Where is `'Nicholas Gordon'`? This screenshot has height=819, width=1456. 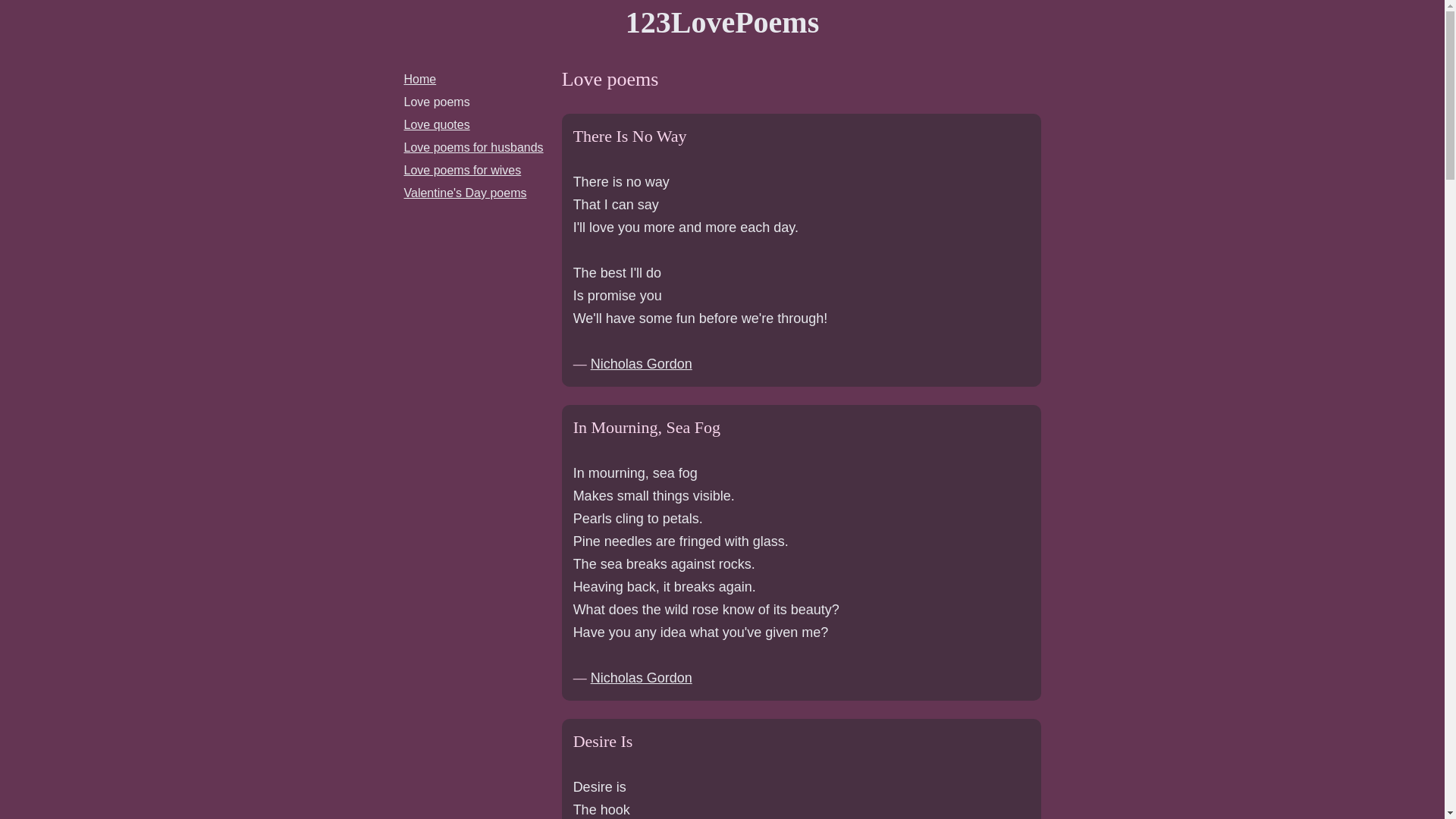
'Nicholas Gordon' is located at coordinates (641, 363).